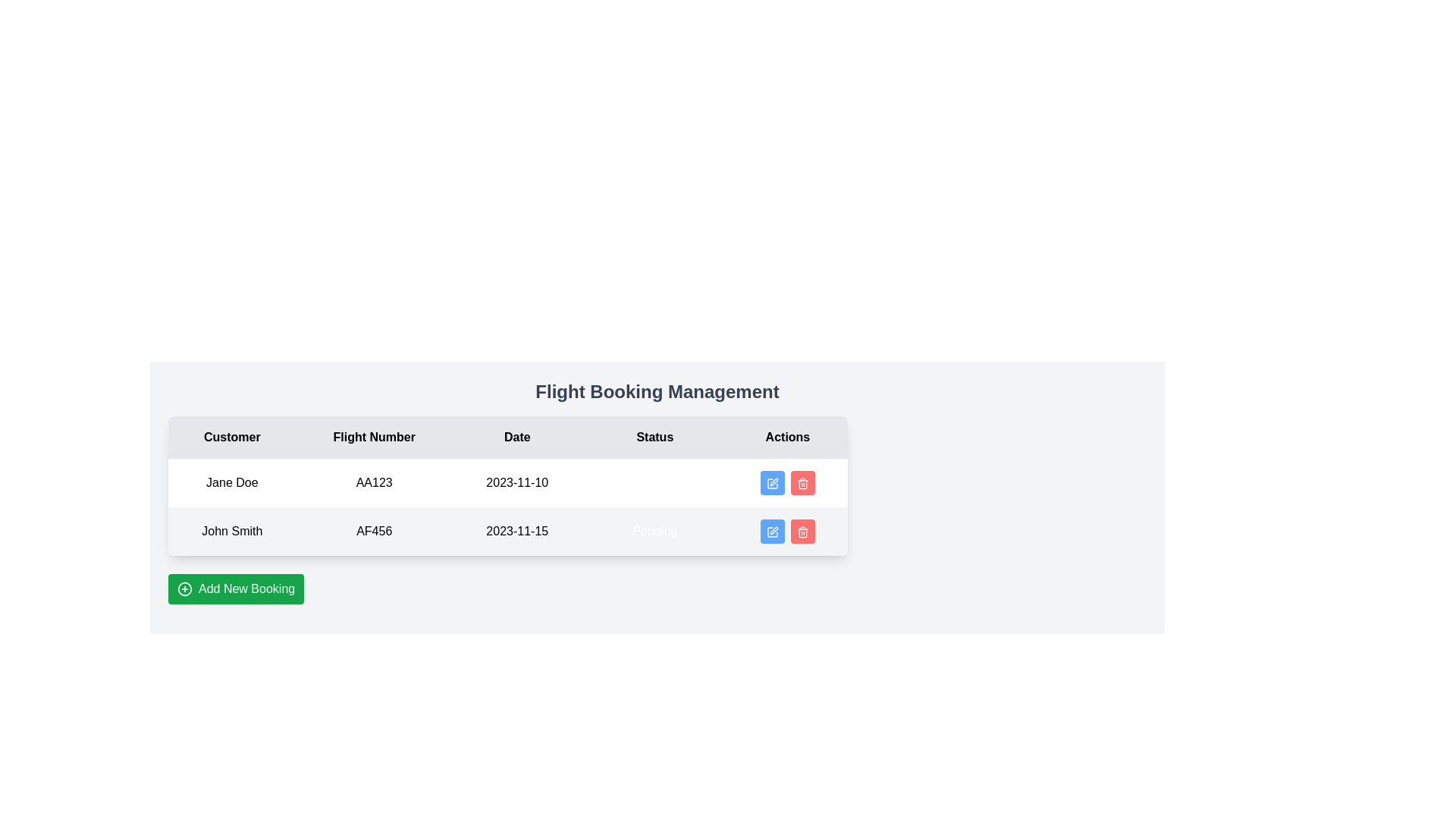  What do you see at coordinates (235, 588) in the screenshot?
I see `the 'Add New Booking' button with a green background and white text` at bounding box center [235, 588].